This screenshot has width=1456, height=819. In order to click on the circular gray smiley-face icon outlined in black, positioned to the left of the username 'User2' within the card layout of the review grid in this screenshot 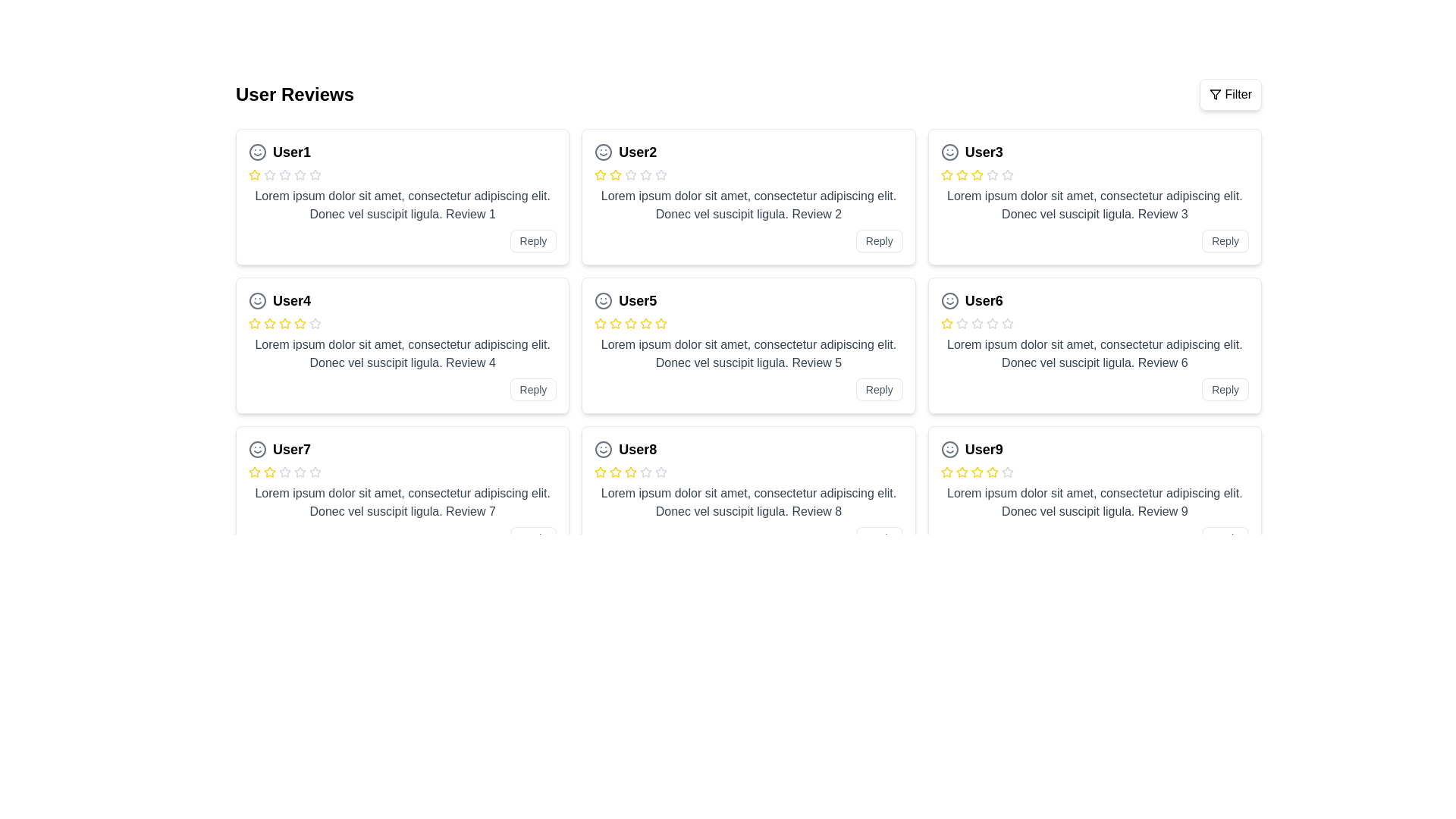, I will do `click(603, 152)`.